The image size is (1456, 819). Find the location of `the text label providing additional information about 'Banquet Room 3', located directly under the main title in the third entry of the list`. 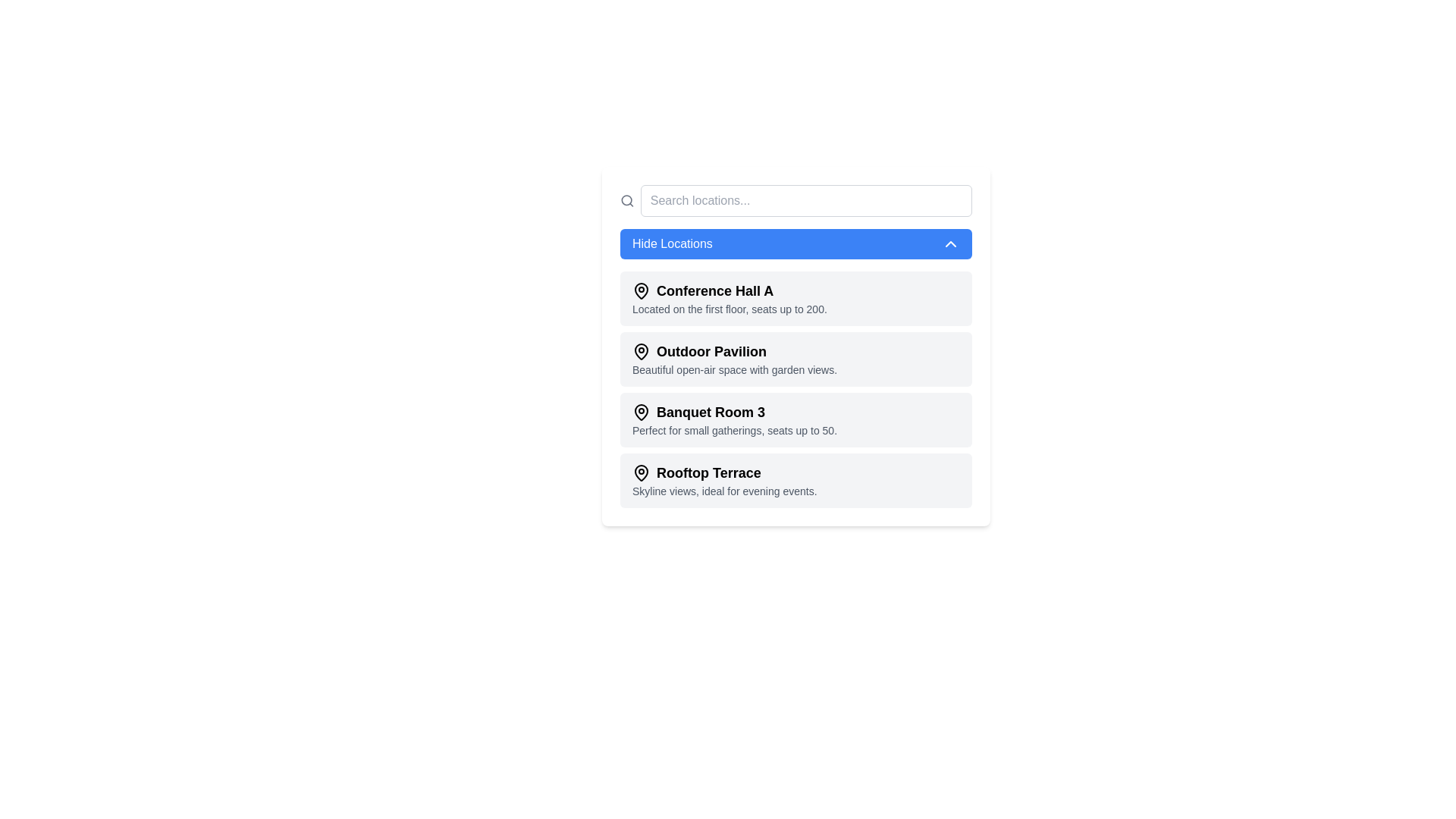

the text label providing additional information about 'Banquet Room 3', located directly under the main title in the third entry of the list is located at coordinates (735, 430).